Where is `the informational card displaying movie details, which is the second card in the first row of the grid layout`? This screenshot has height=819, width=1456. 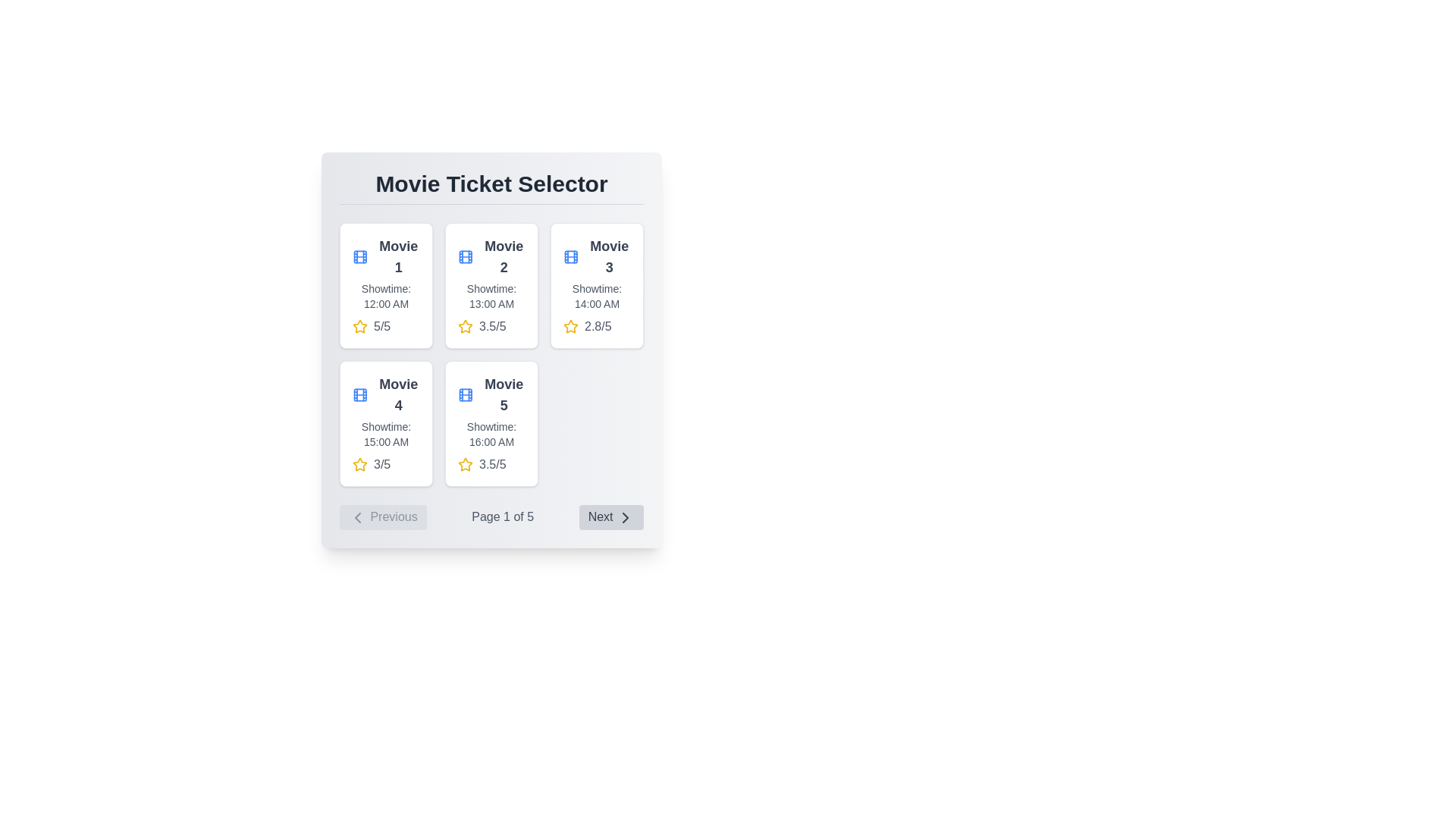 the informational card displaying movie details, which is the second card in the first row of the grid layout is located at coordinates (491, 286).